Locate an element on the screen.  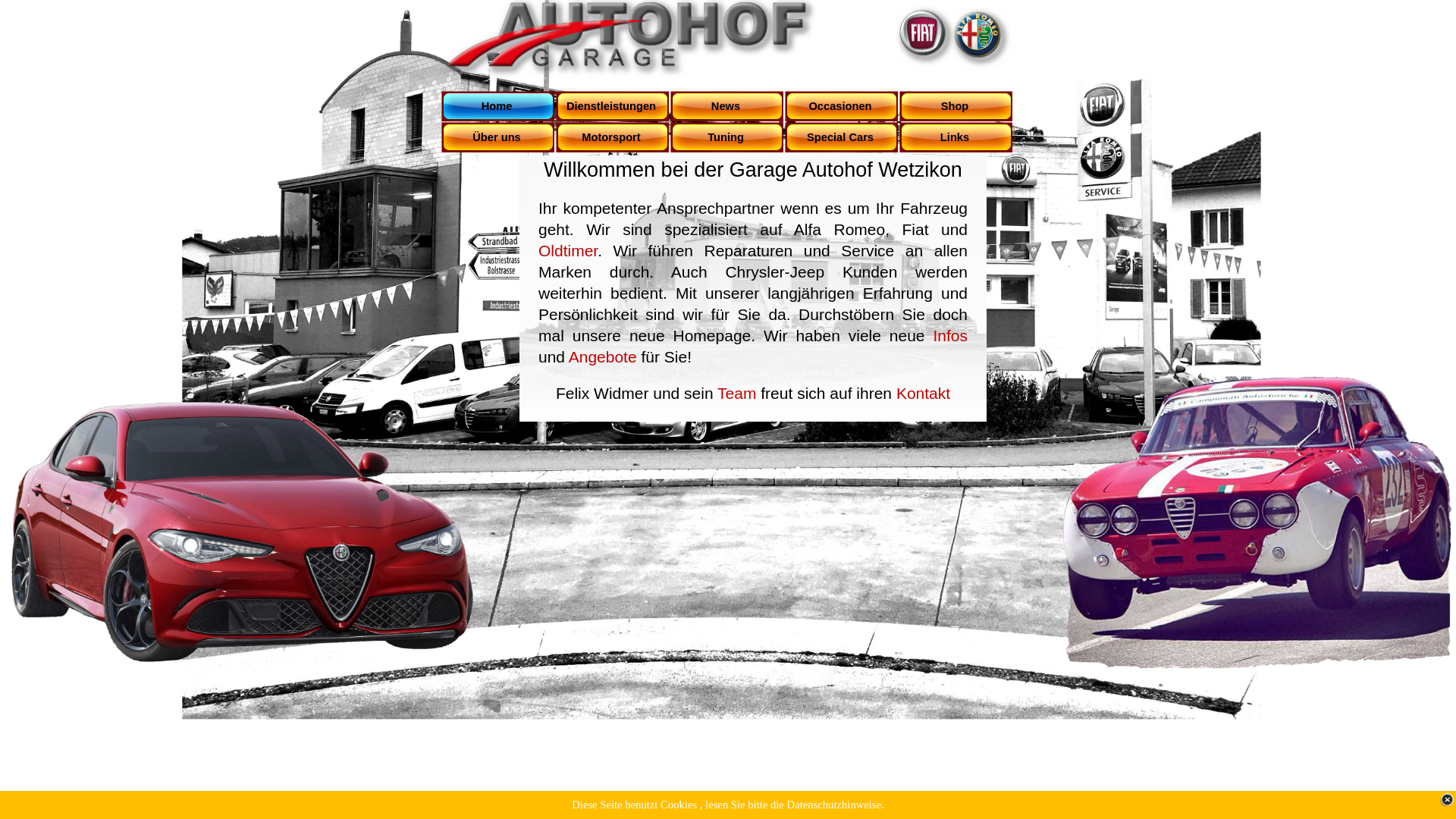
'Shop' is located at coordinates (955, 105).